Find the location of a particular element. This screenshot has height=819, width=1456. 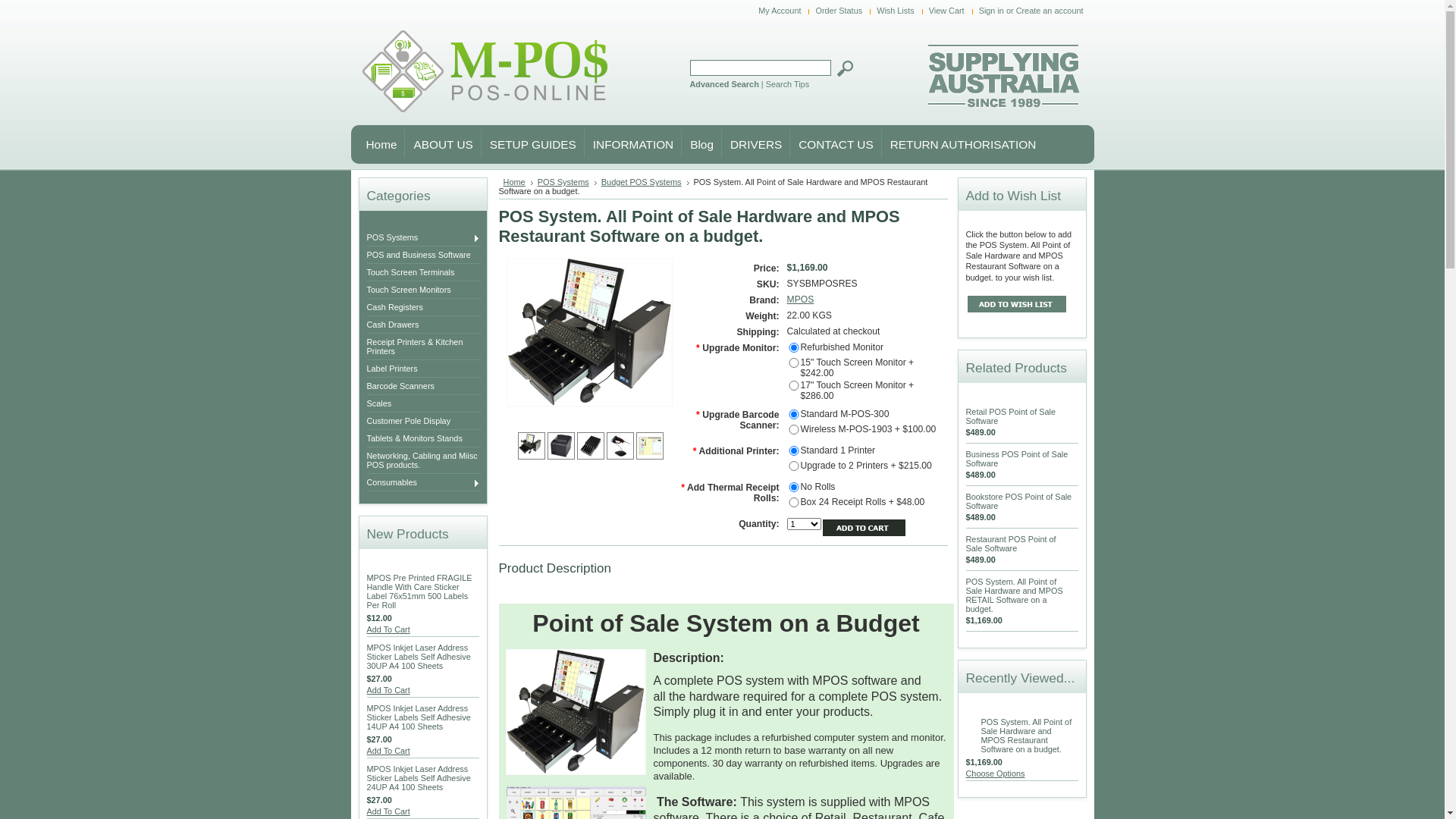

'CONTACT US' is located at coordinates (830, 143).